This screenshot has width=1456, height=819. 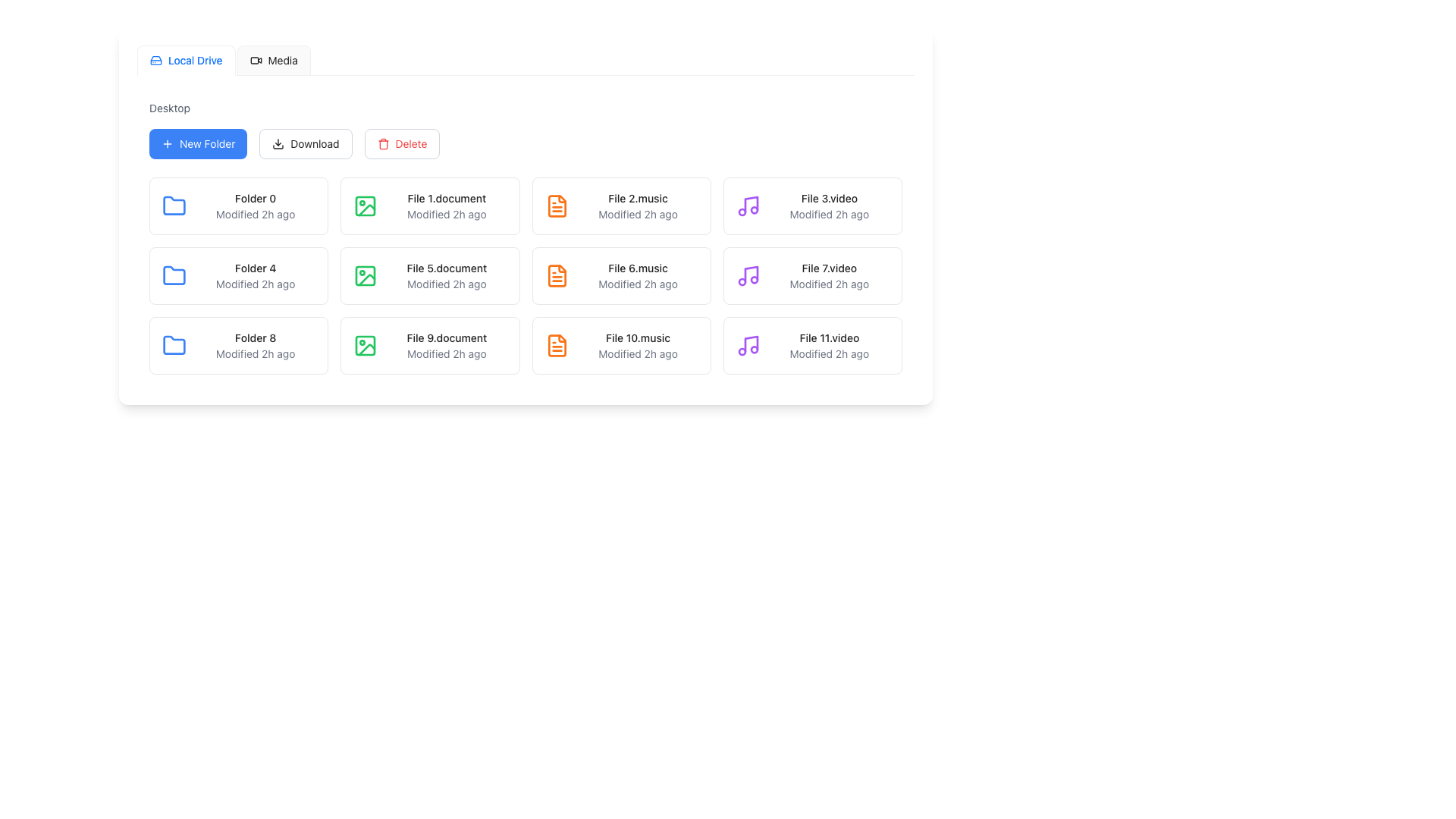 I want to click on the music file icon associated with 'File 7.video' located in the second row and third column of the file grid, so click(x=748, y=275).